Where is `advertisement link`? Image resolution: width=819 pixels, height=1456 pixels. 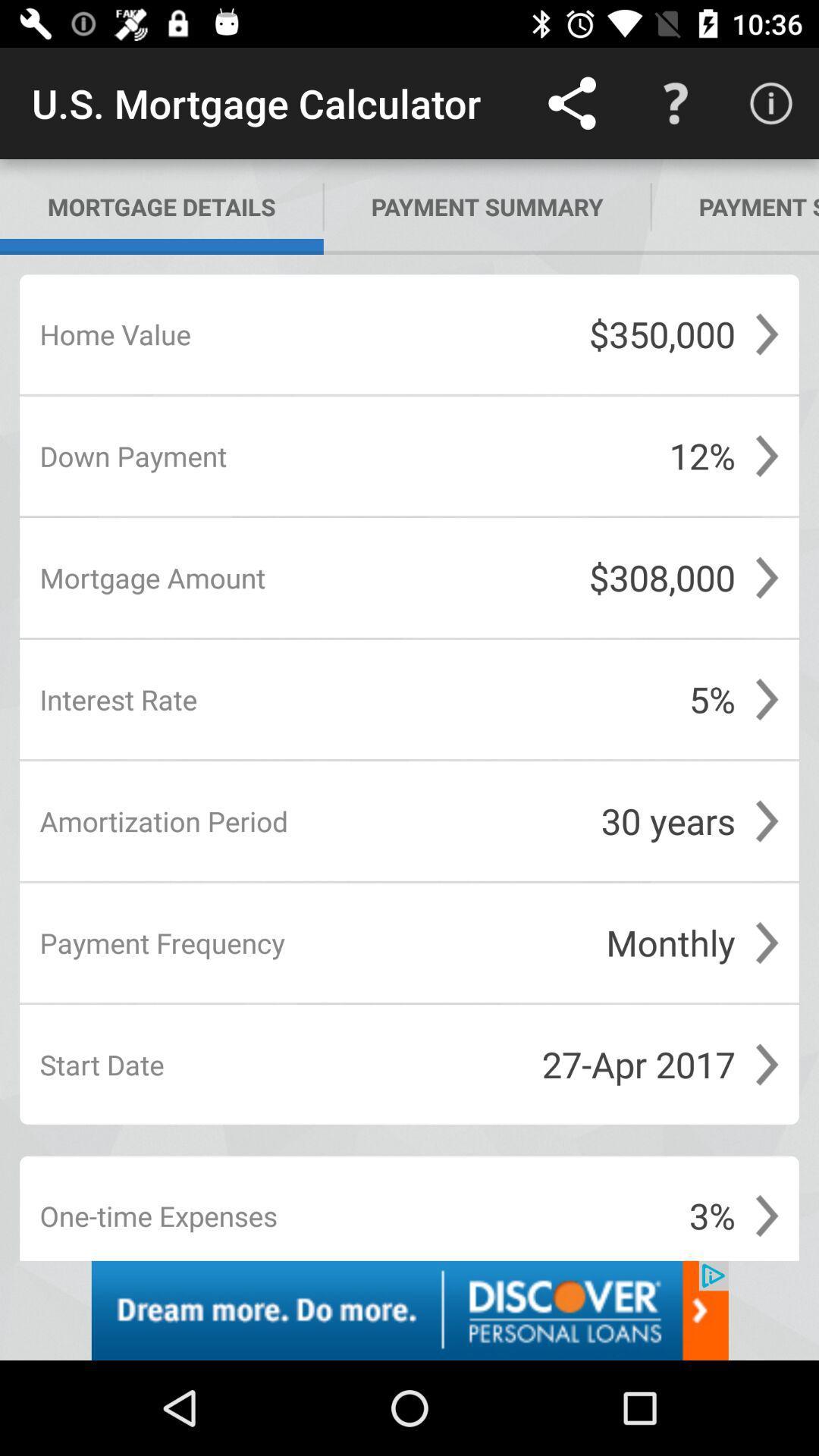 advertisement link is located at coordinates (409, 1310).